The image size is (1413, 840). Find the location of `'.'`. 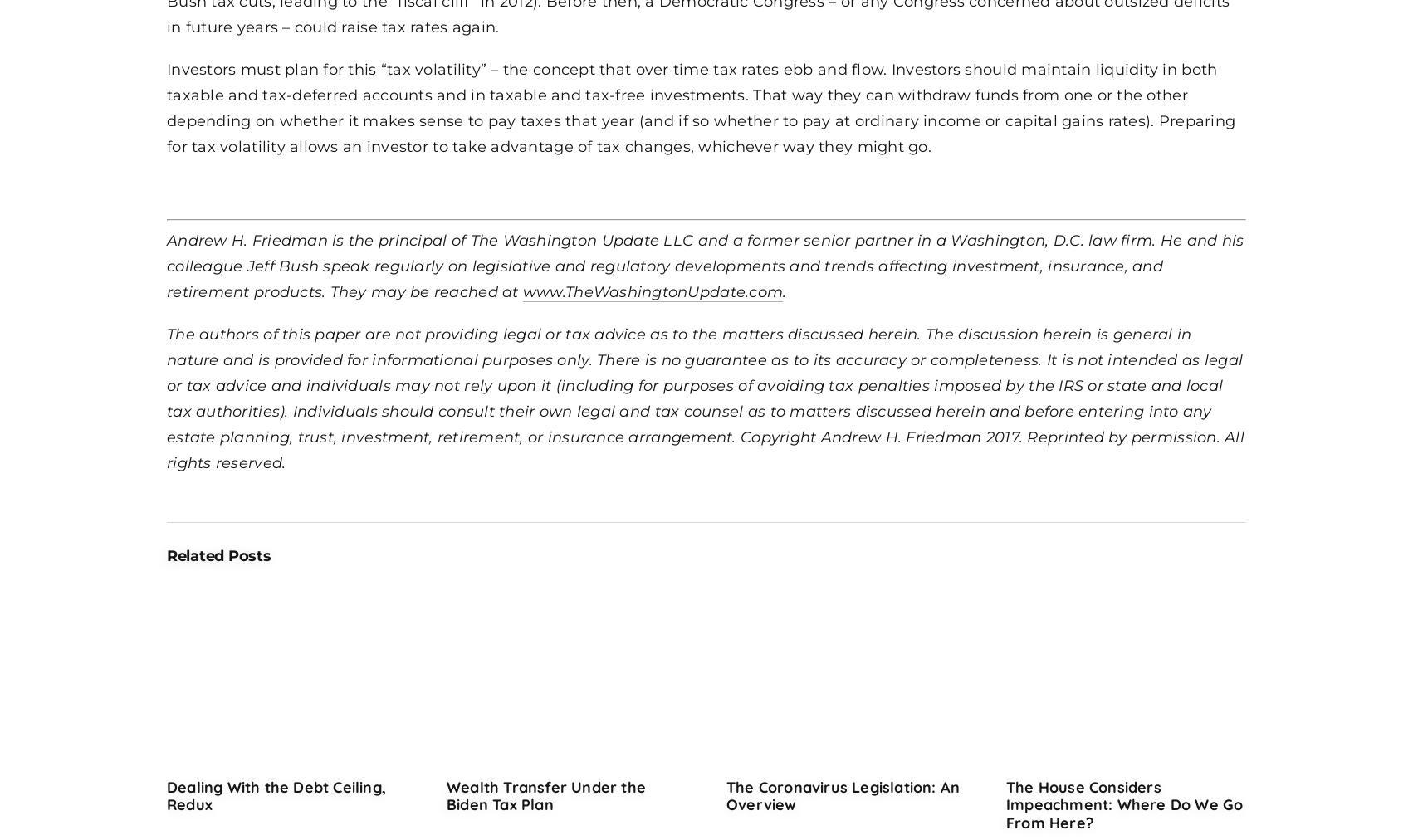

'.' is located at coordinates (784, 289).